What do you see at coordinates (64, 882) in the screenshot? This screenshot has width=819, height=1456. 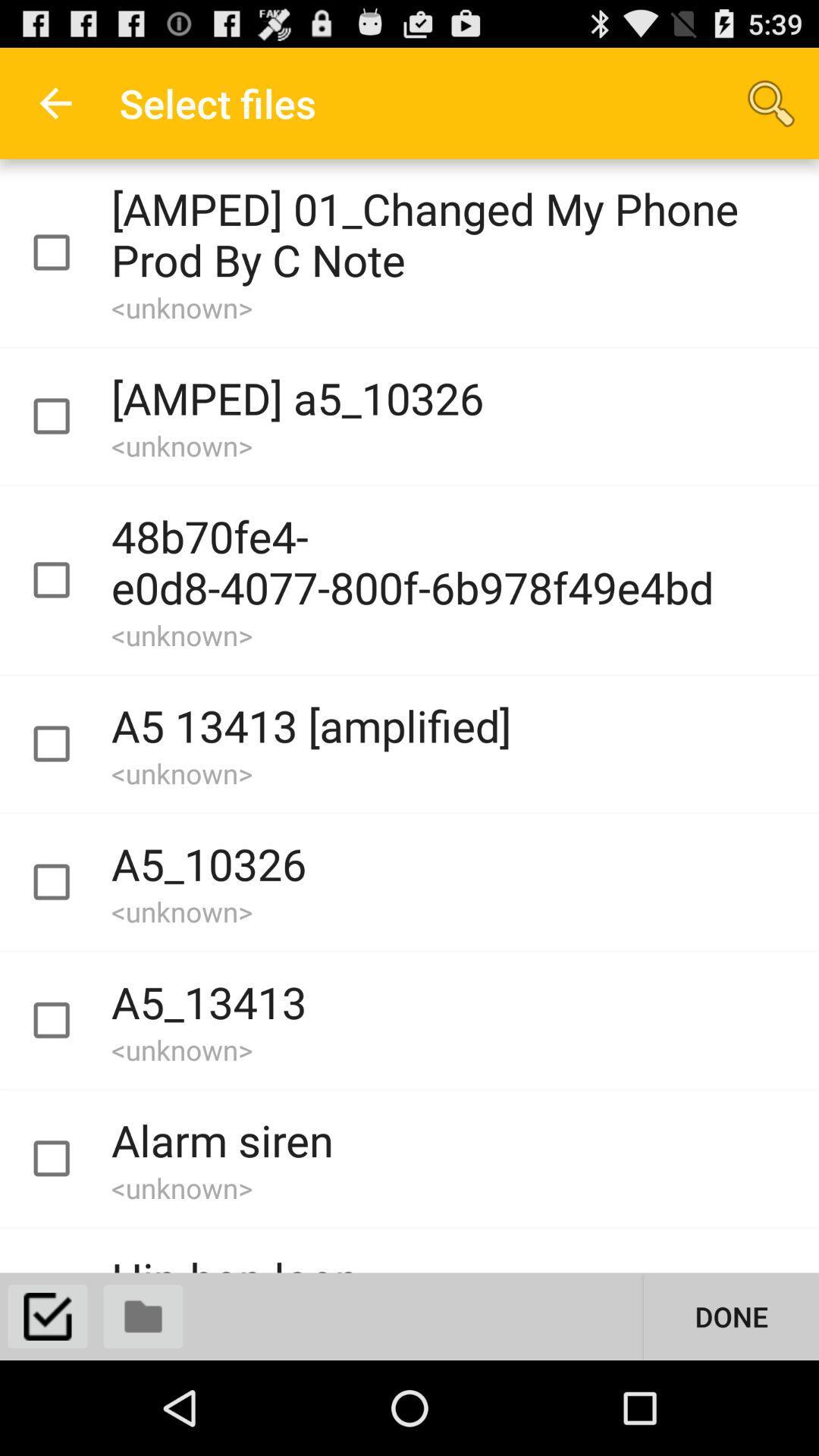 I see `file to amplify` at bounding box center [64, 882].